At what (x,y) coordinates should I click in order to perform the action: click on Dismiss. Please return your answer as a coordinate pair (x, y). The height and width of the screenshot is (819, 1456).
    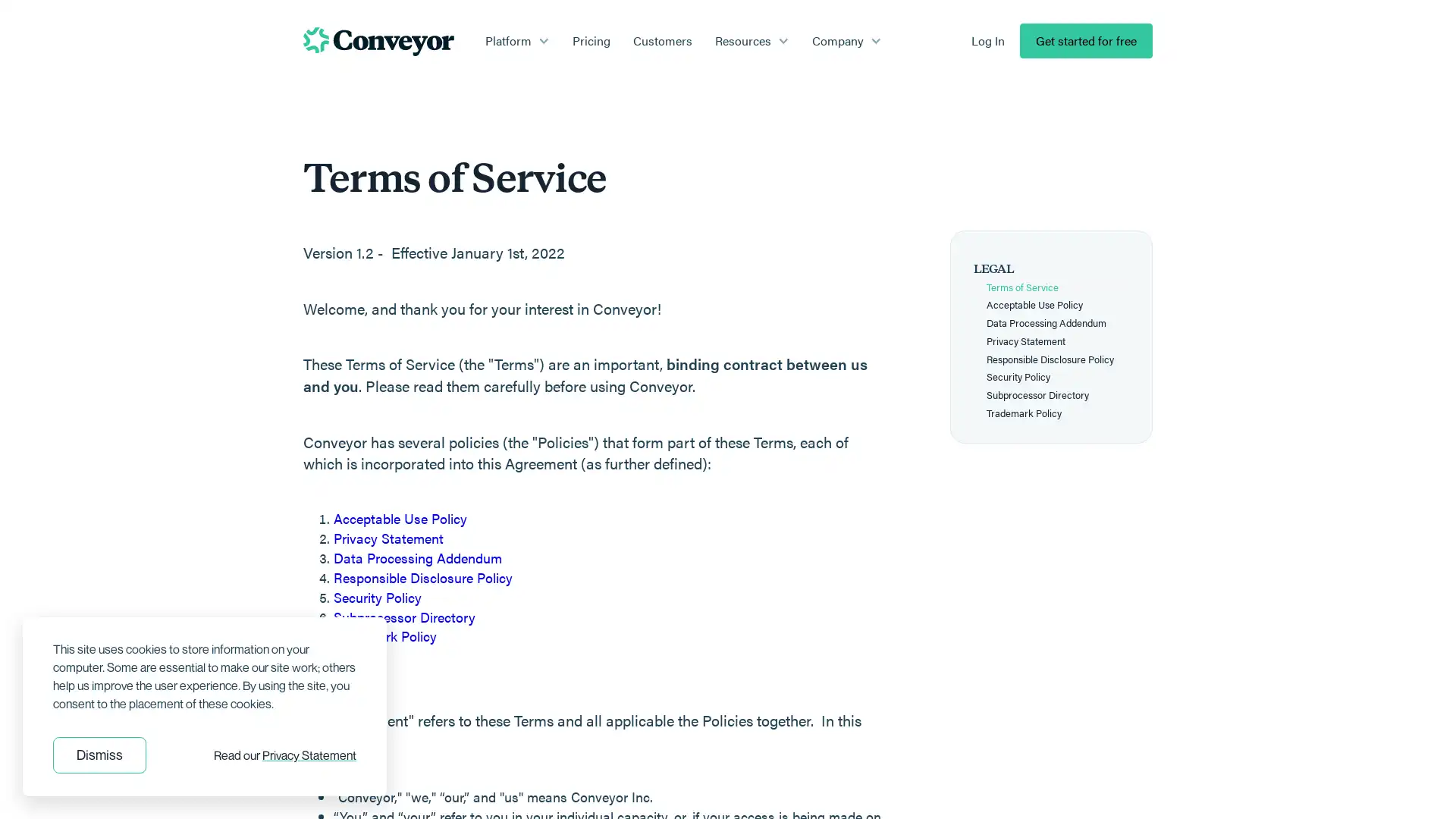
    Looking at the image, I should click on (99, 755).